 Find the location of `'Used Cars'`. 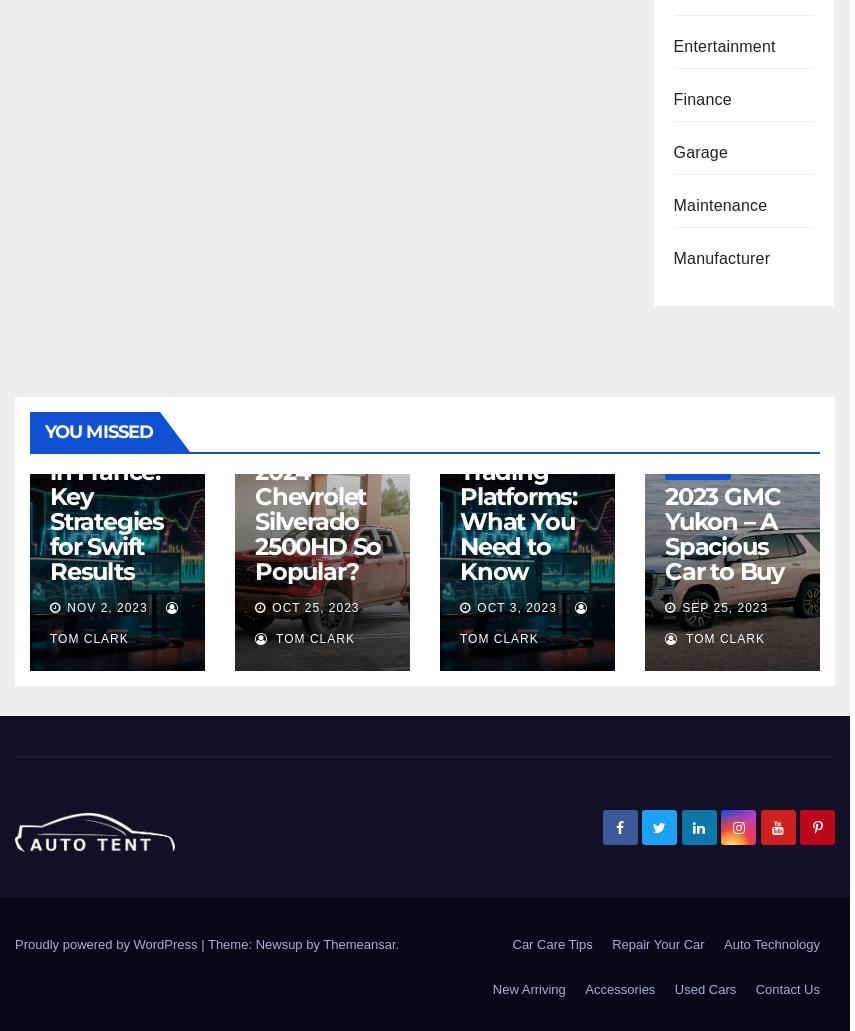

'Used Cars' is located at coordinates (704, 988).